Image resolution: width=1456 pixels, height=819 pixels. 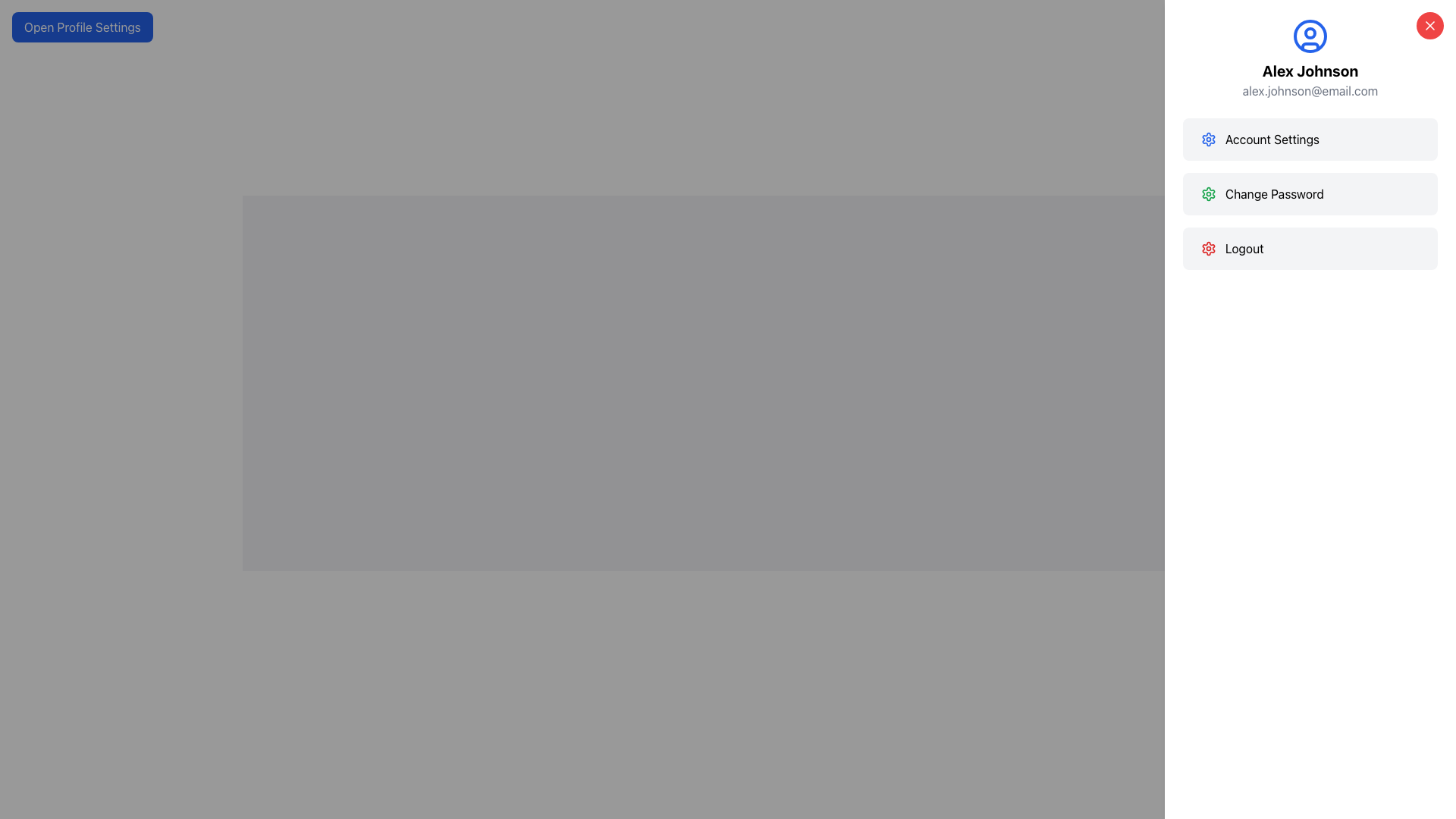 I want to click on the circular gear icon graphic with a blue outline, located to the left of the 'Account Settings' text in the user profile settings menu, so click(x=1207, y=140).